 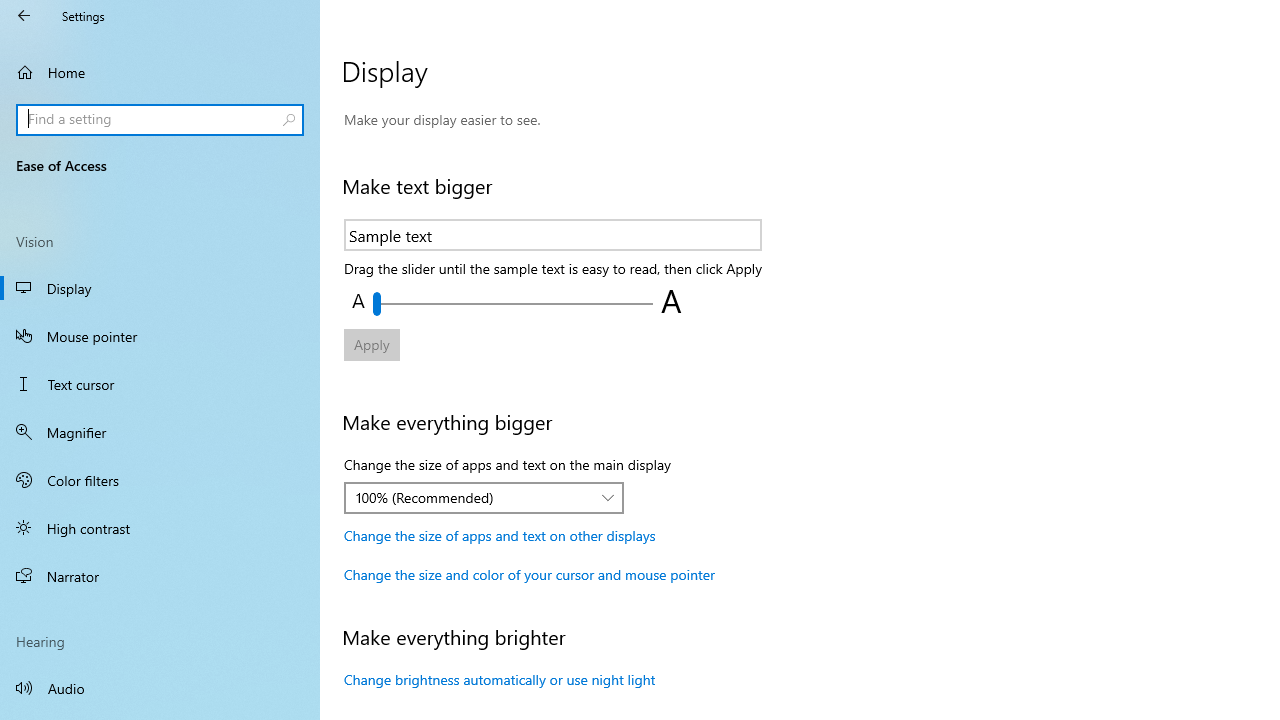 I want to click on '100% (Recommended)', so click(x=472, y=496).